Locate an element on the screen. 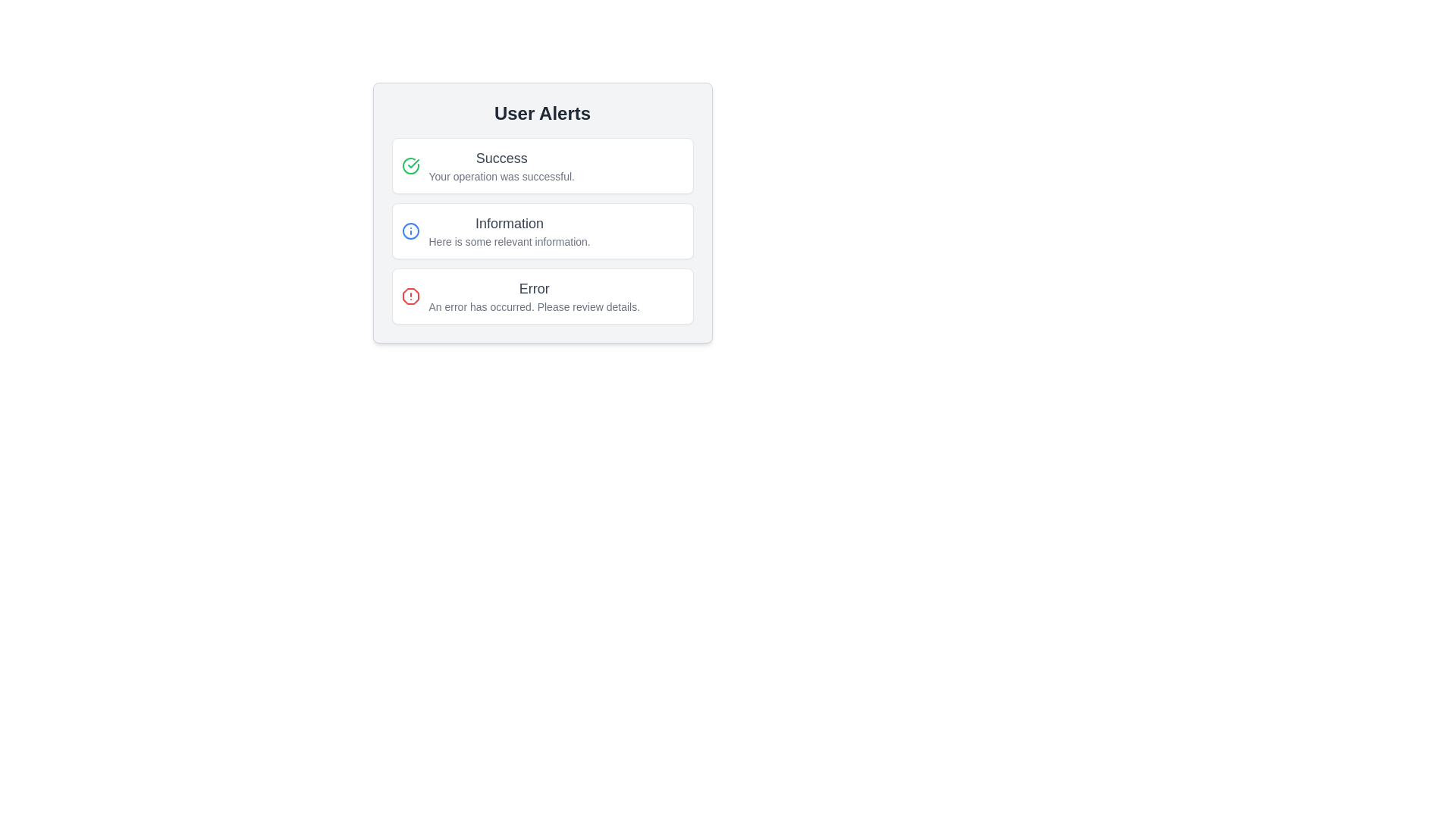  text content of the text area displaying the error message titled 'Error' with the subtitle 'An error has occurred. Please review details.' is located at coordinates (534, 296).